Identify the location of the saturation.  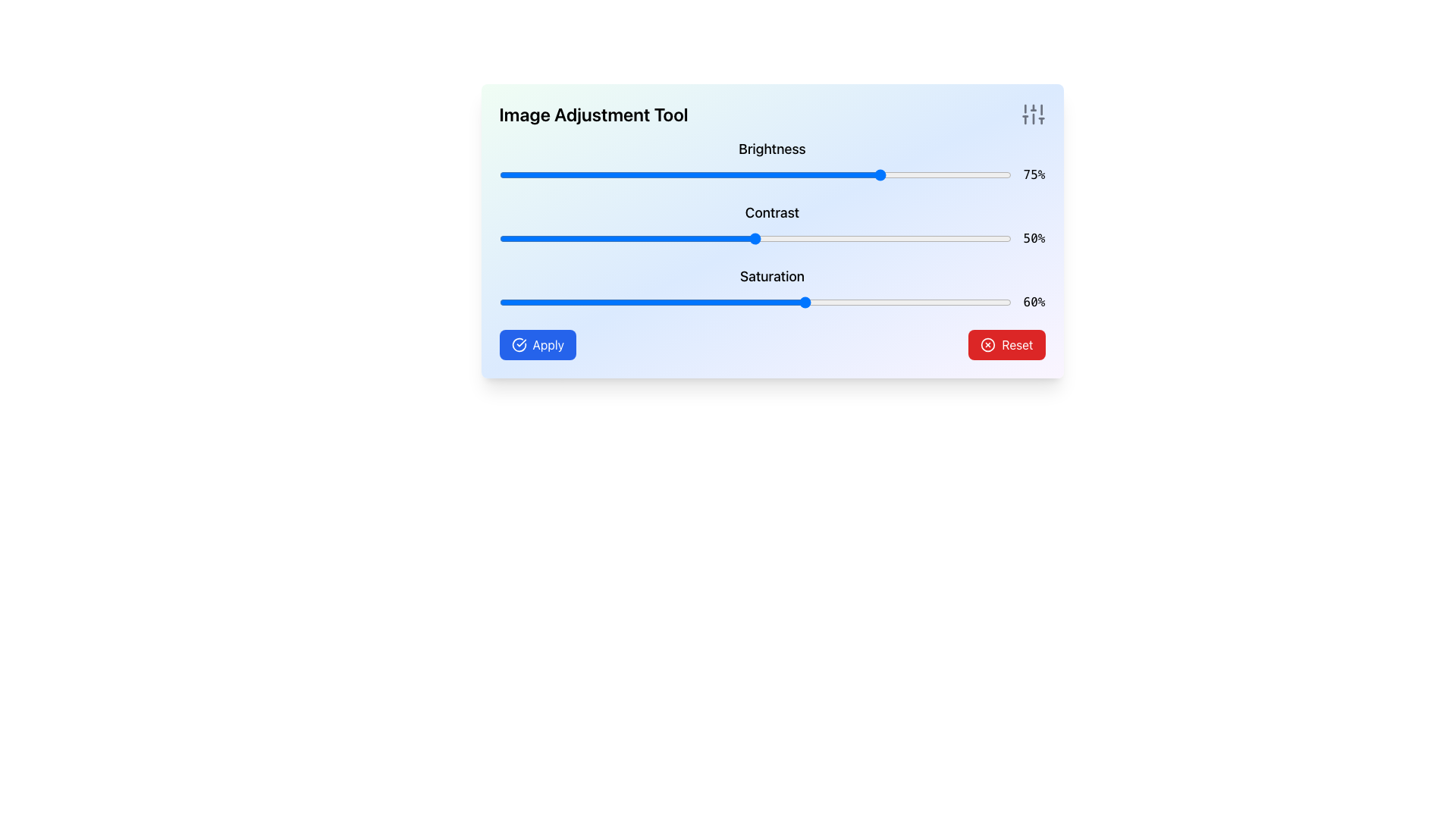
(923, 302).